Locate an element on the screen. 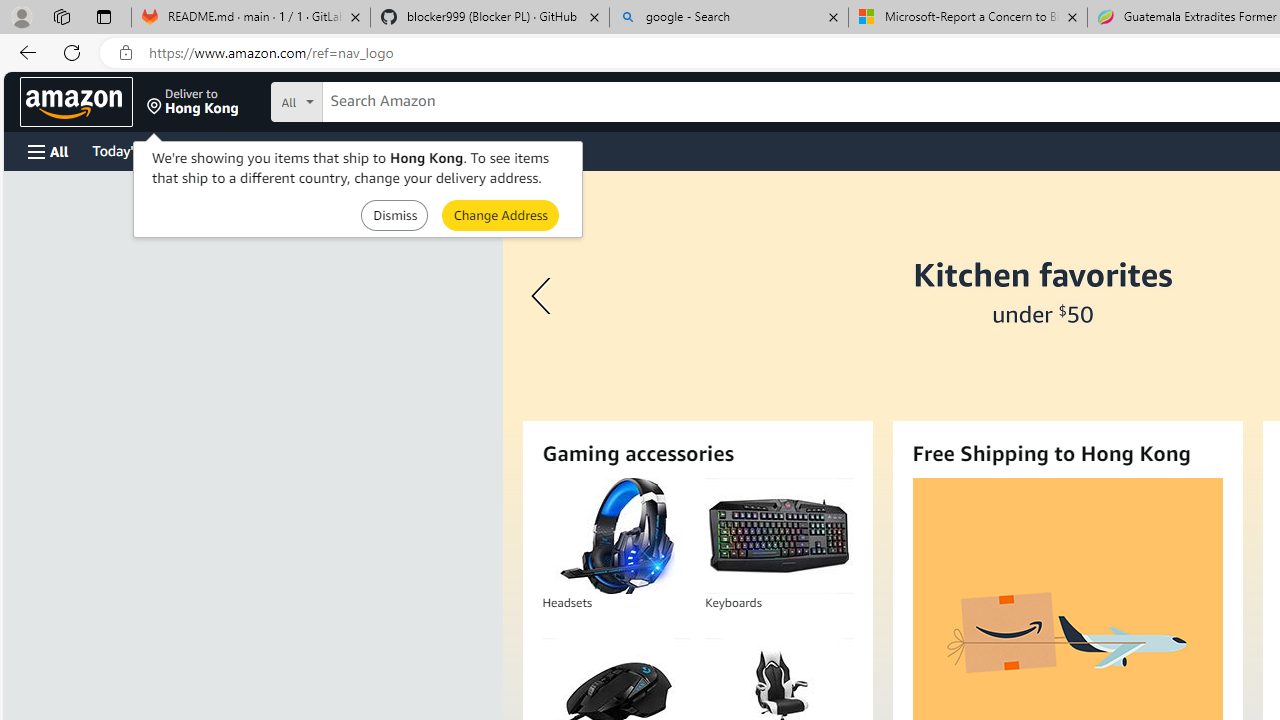  'Deliver to Hong Kong' is located at coordinates (193, 101).